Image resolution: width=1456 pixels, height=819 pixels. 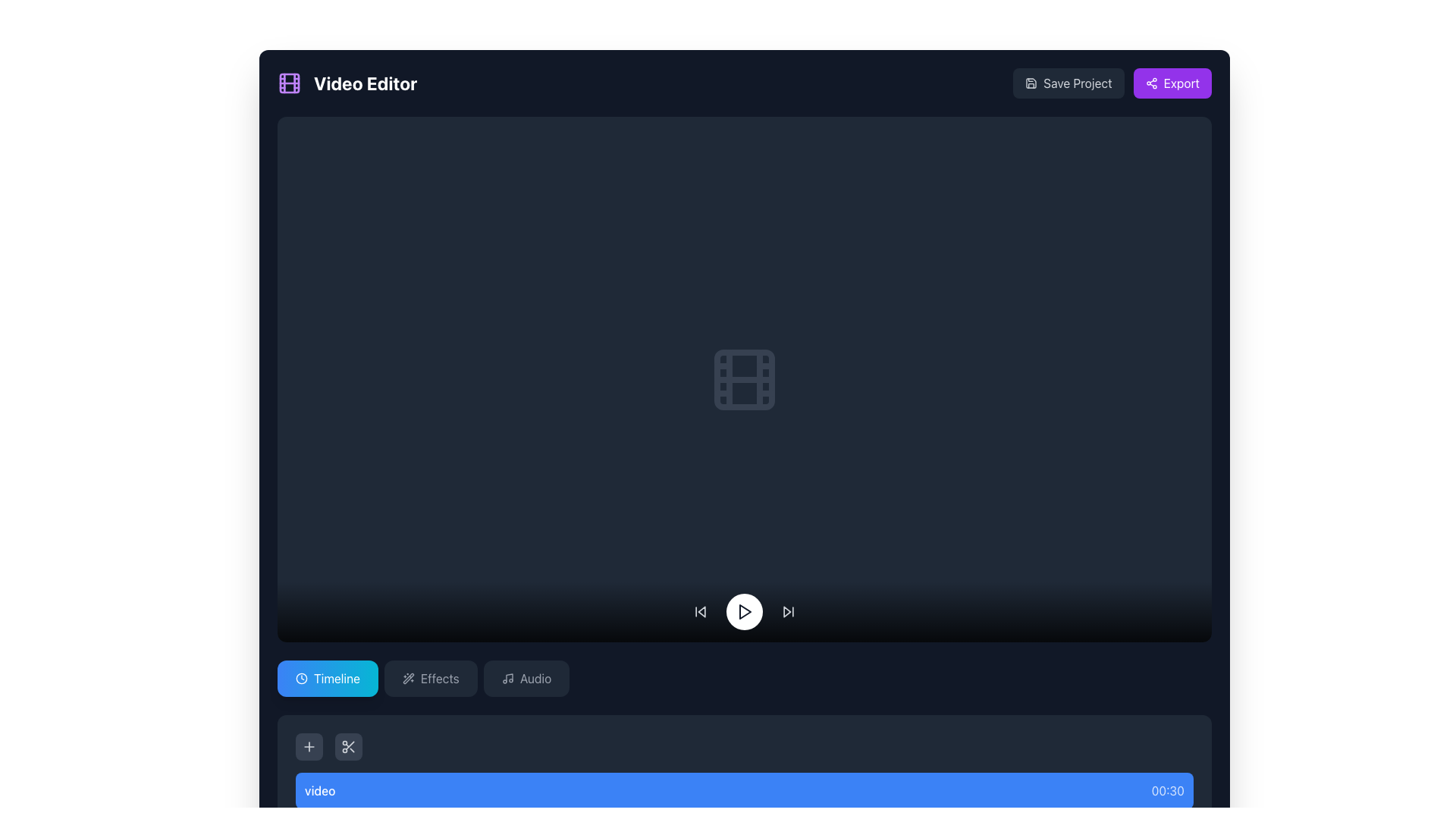 I want to click on the scissors button located at the lower-left corner of the interface, so click(x=348, y=745).